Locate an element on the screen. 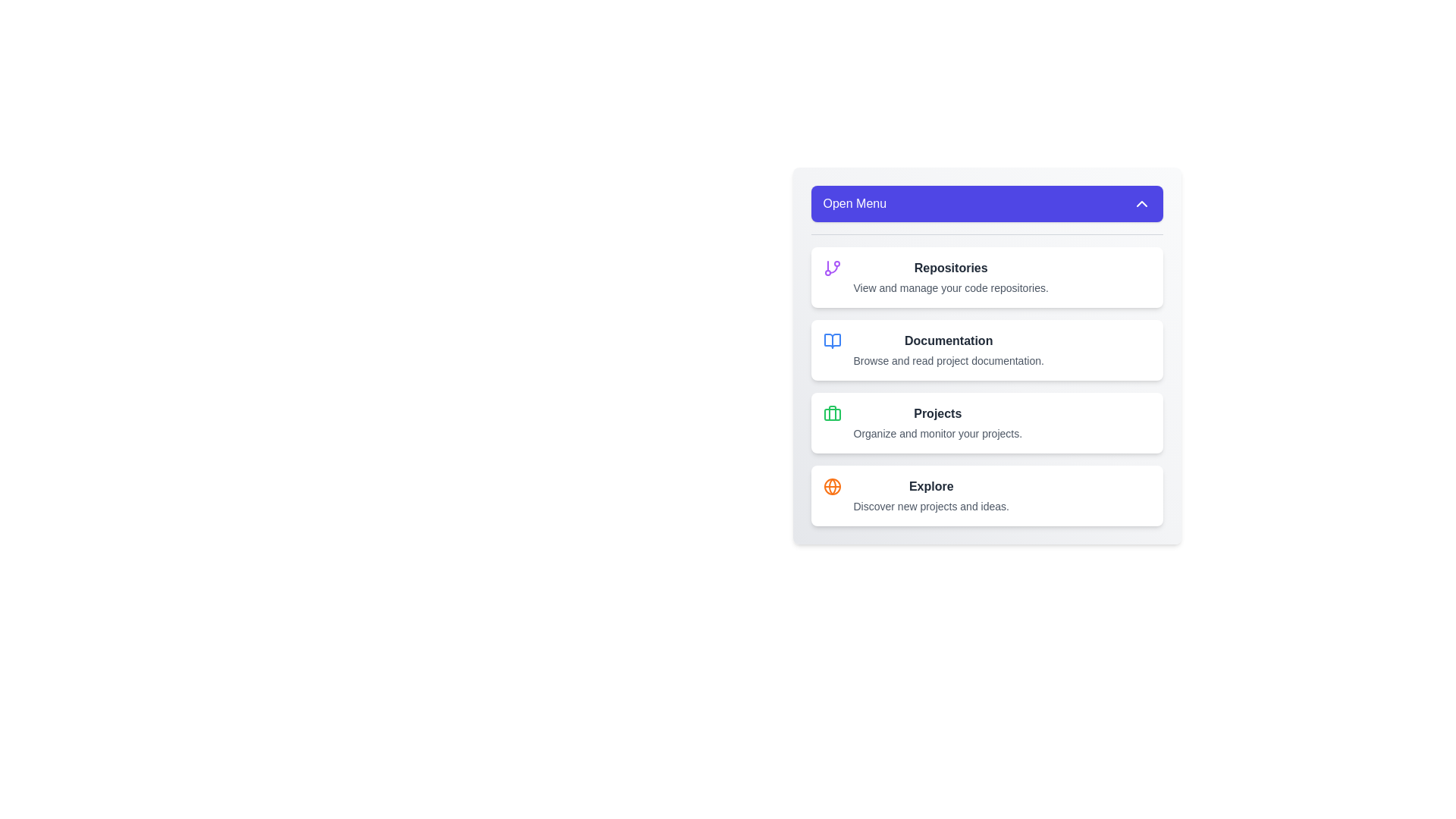 This screenshot has width=1456, height=819. the lower part of the open book icon, which is styled predominantly in blue and located in the Documentation section, for interaction if linked is located at coordinates (831, 341).